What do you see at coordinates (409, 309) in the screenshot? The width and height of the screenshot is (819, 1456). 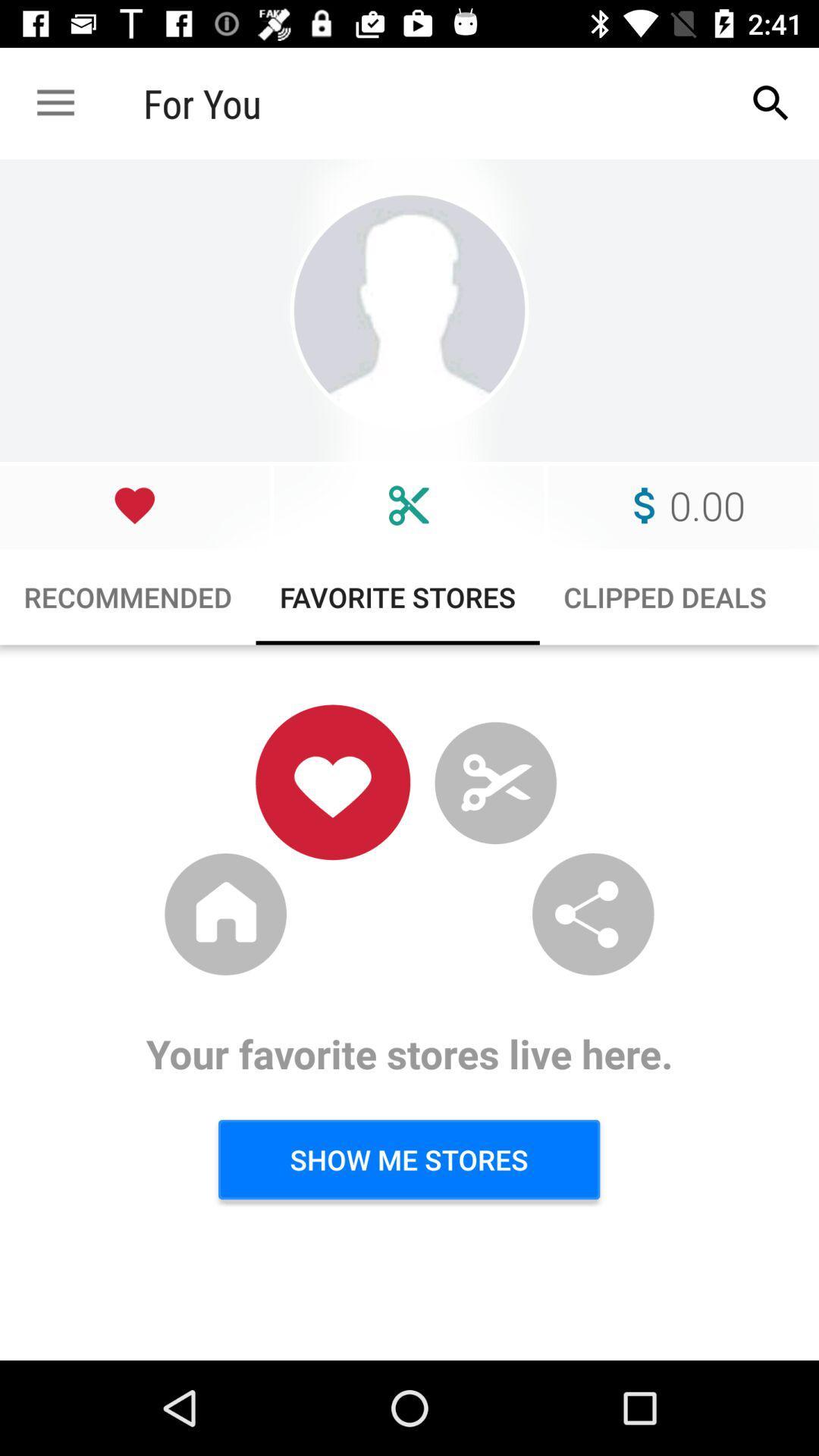 I see `a place to edit profile picture` at bounding box center [409, 309].